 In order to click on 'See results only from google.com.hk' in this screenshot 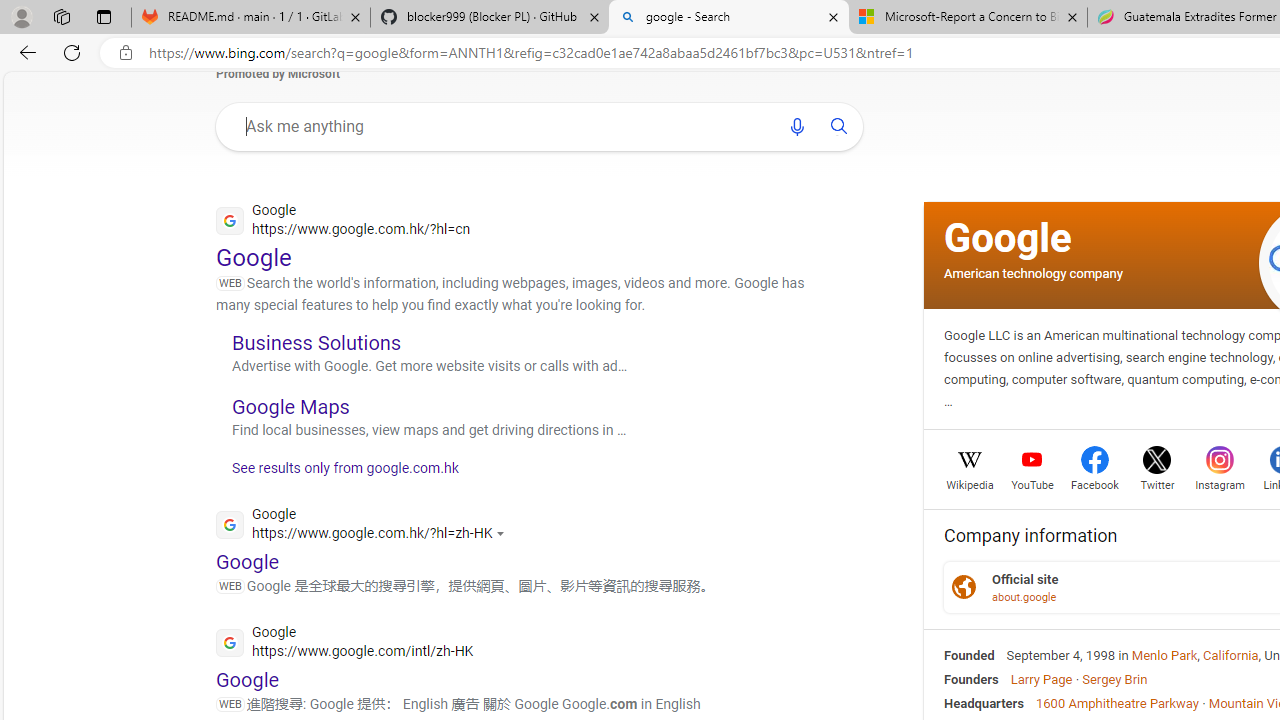, I will do `click(337, 473)`.